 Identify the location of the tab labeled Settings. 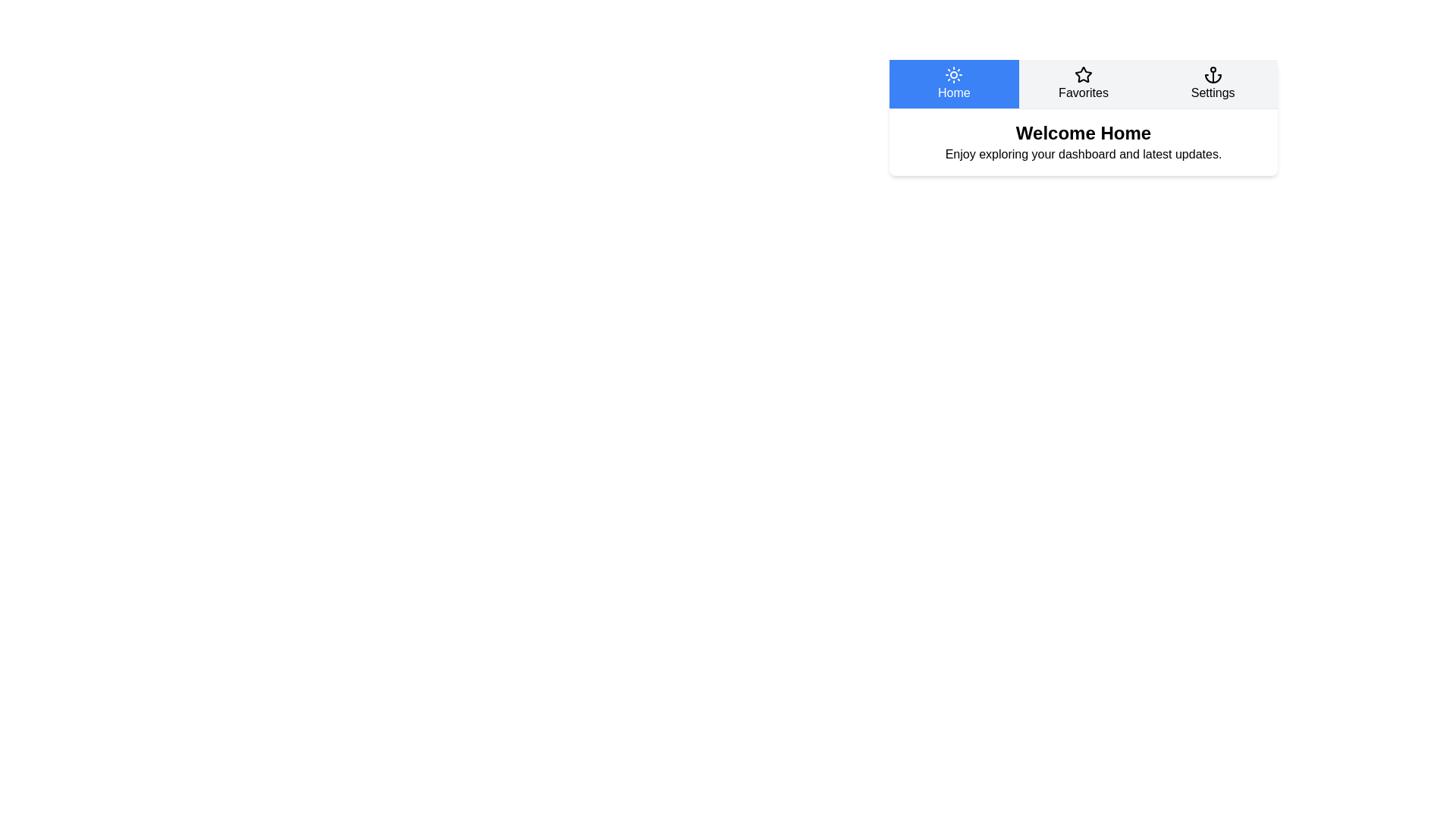
(1211, 84).